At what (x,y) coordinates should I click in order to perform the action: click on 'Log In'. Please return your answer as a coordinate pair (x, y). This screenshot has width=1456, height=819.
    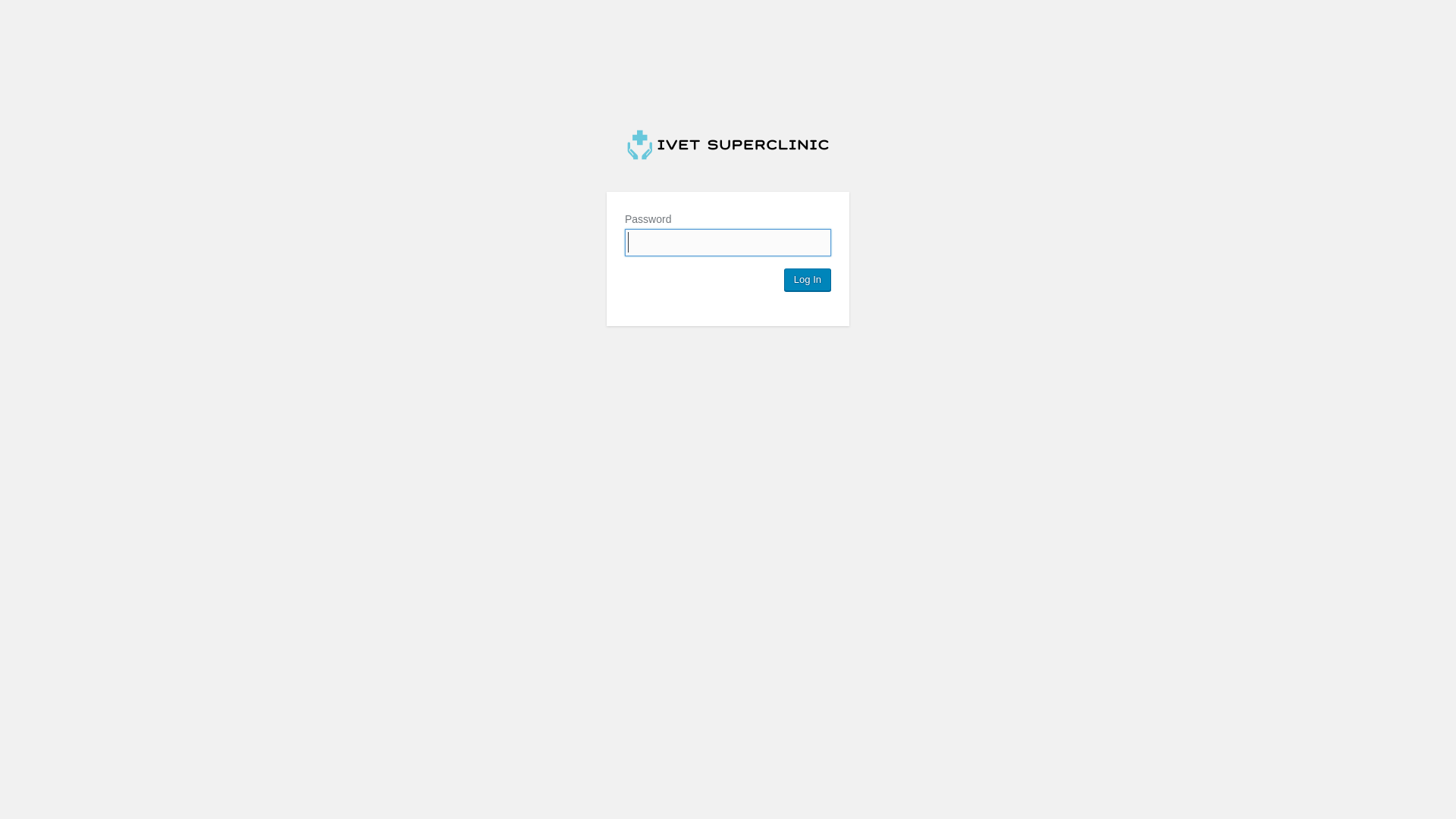
    Looking at the image, I should click on (807, 280).